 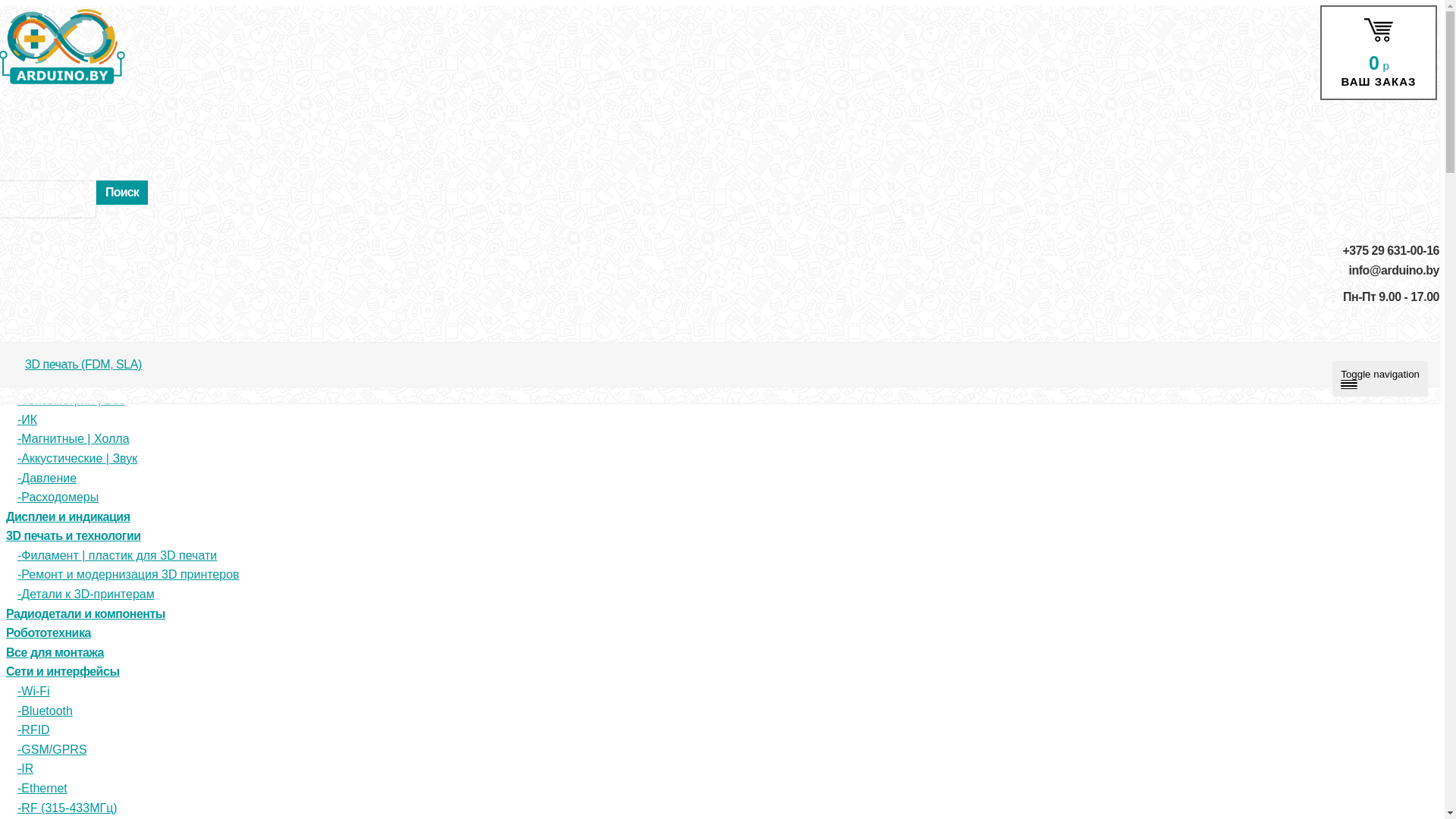 I want to click on 'Ethernet', so click(x=42, y=787).